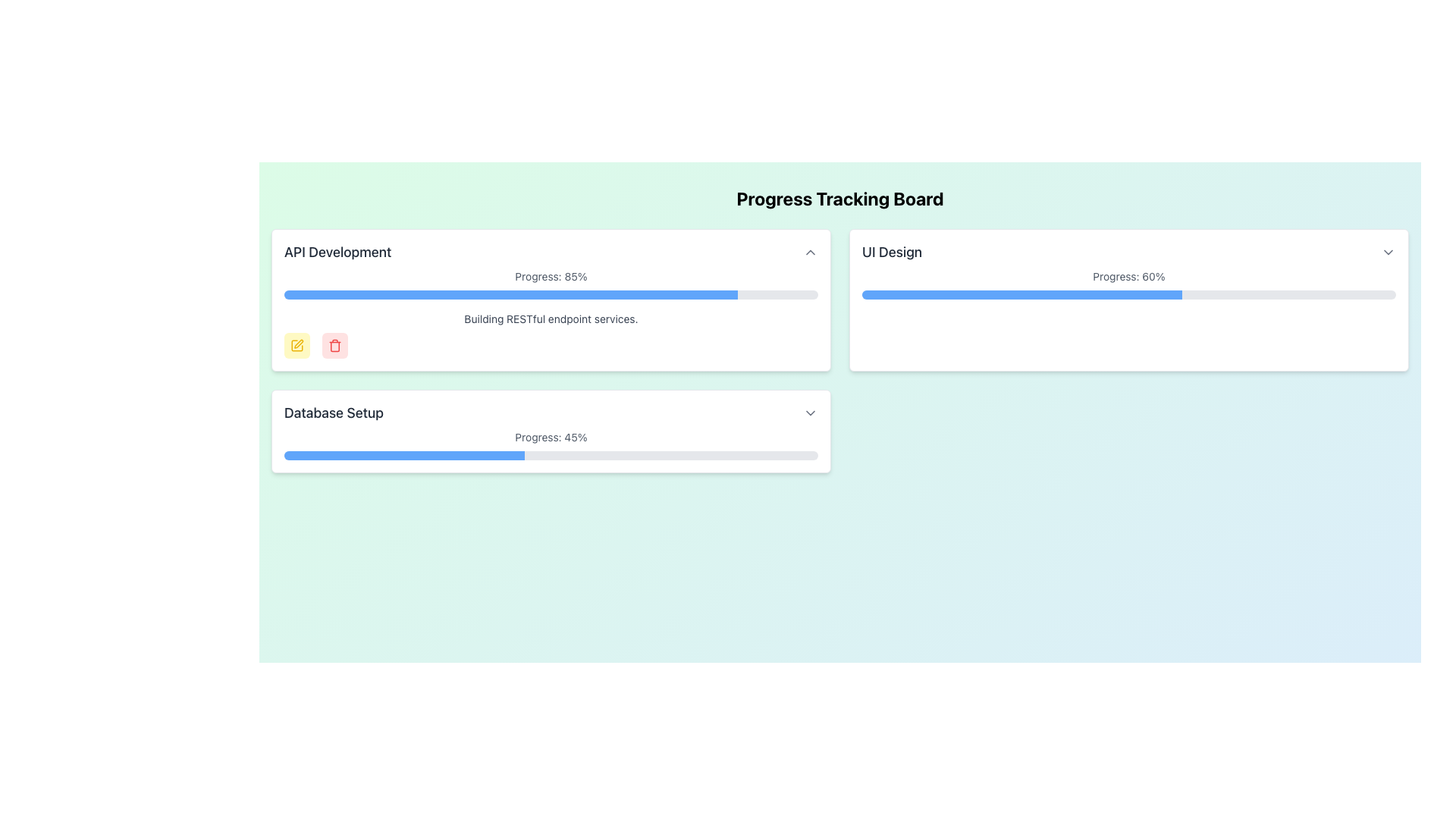 Image resolution: width=1456 pixels, height=819 pixels. I want to click on the static text displaying 'Database Setup' which is part of the progress tracking board interface, so click(333, 413).